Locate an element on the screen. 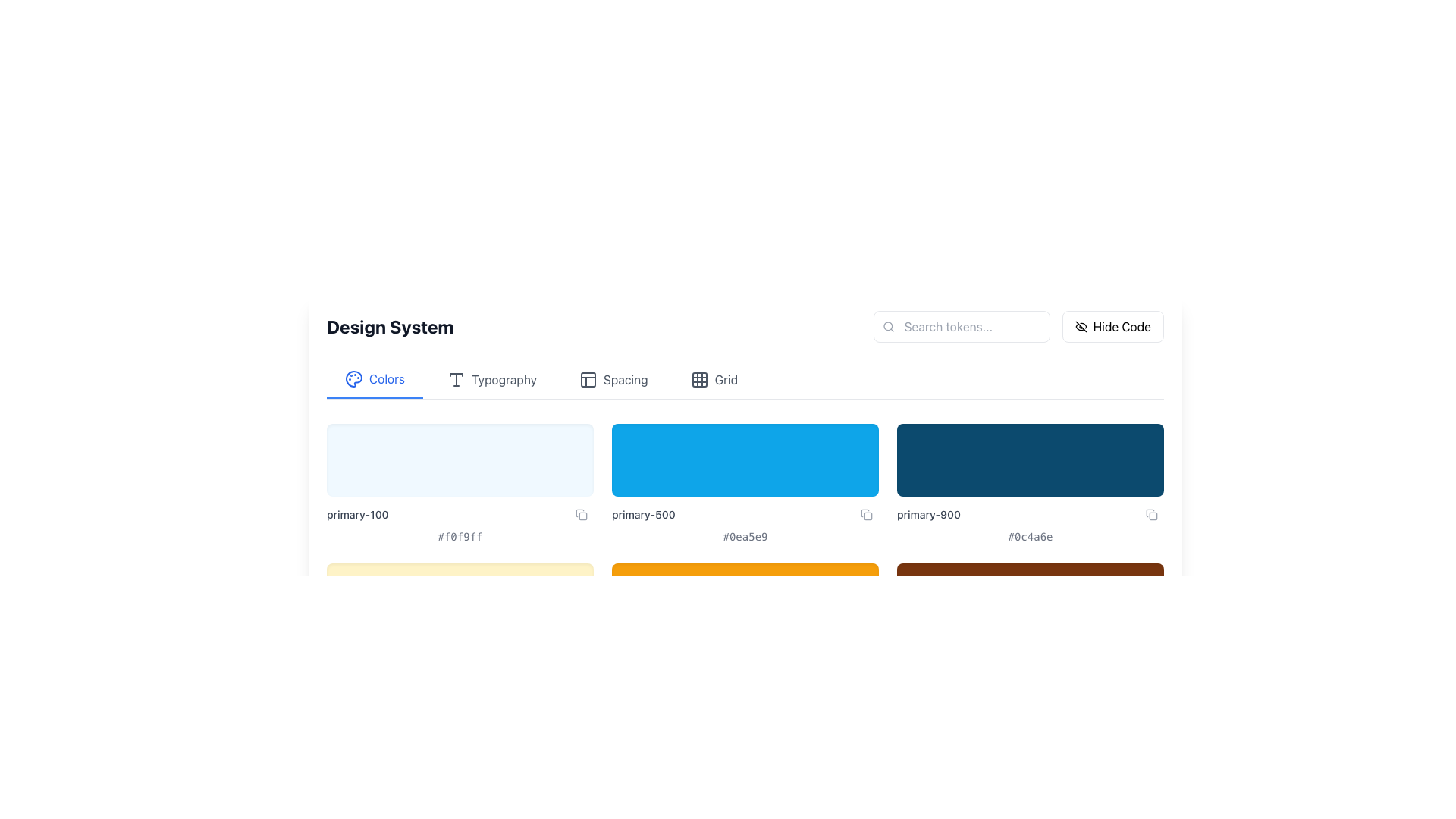 This screenshot has width=1456, height=819. the 'copy to clipboard' icon button located under the 'Colors' tab, positioned to the right of the 'primary-500' panel and aligned with the 'primary-900' panel is located at coordinates (866, 513).